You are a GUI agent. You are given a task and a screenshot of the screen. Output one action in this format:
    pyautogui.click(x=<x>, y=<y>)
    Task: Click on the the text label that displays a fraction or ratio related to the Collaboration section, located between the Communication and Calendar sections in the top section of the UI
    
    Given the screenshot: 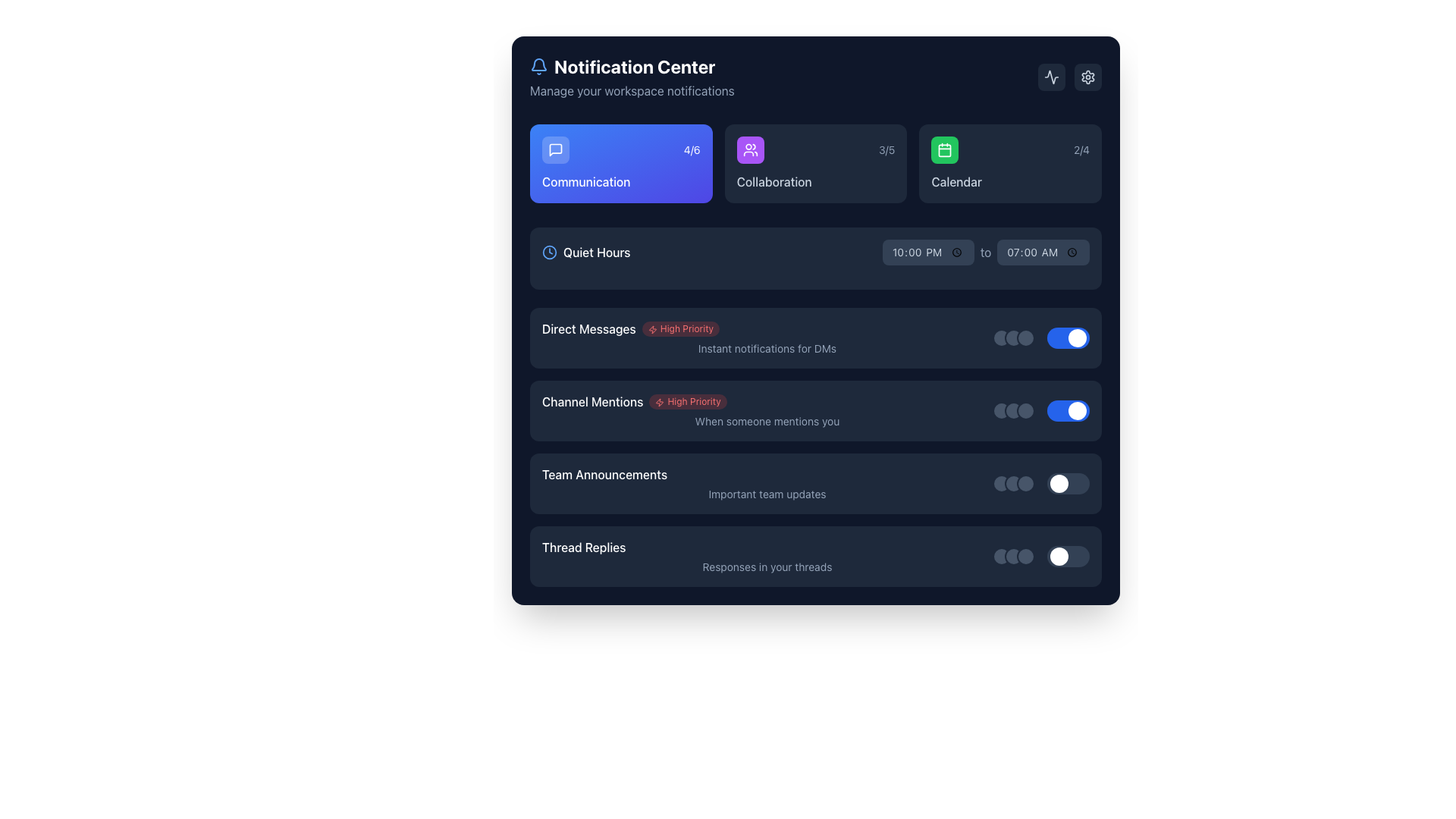 What is the action you would take?
    pyautogui.click(x=886, y=149)
    